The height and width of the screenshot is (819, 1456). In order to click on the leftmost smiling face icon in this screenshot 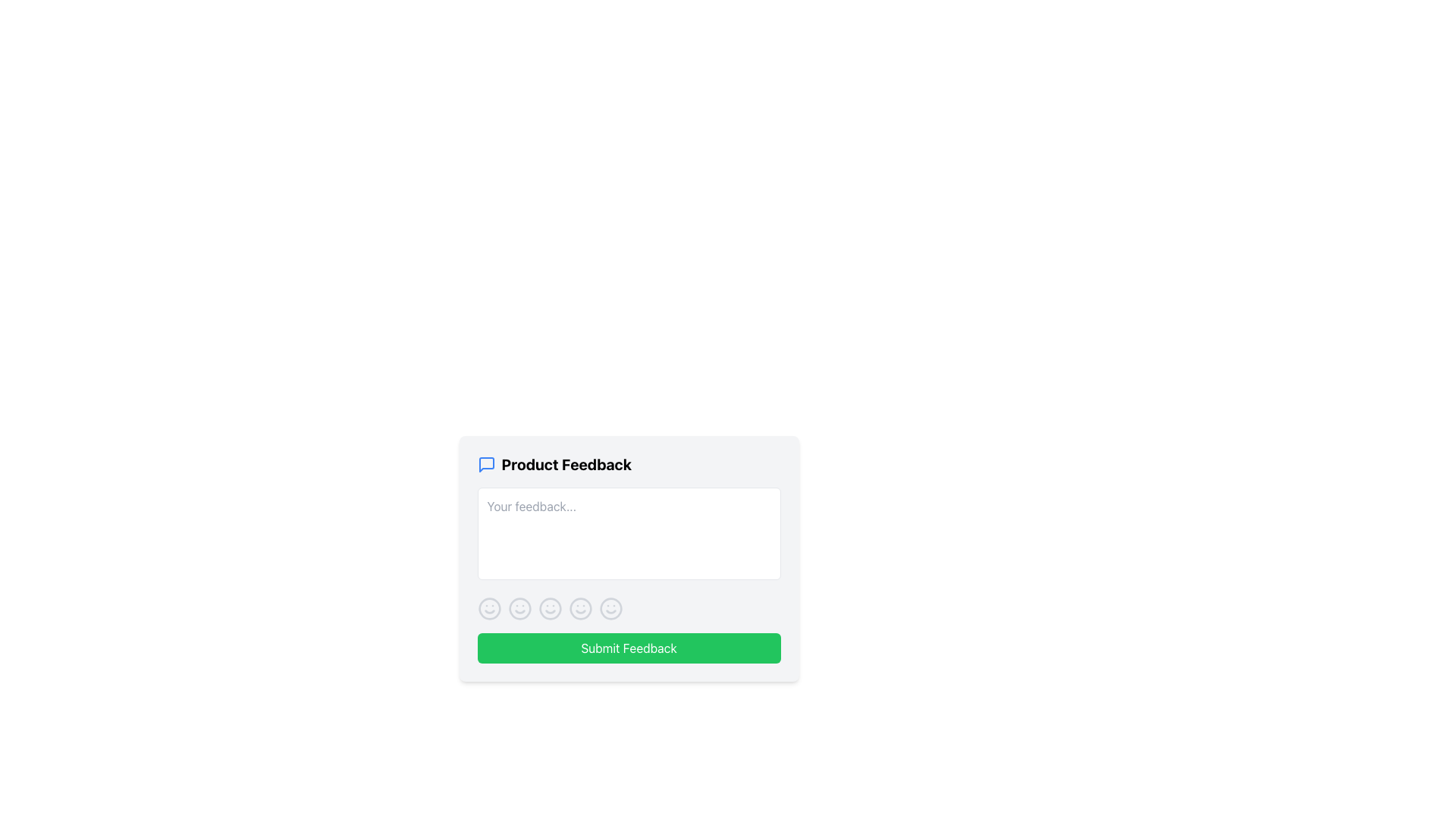, I will do `click(489, 607)`.